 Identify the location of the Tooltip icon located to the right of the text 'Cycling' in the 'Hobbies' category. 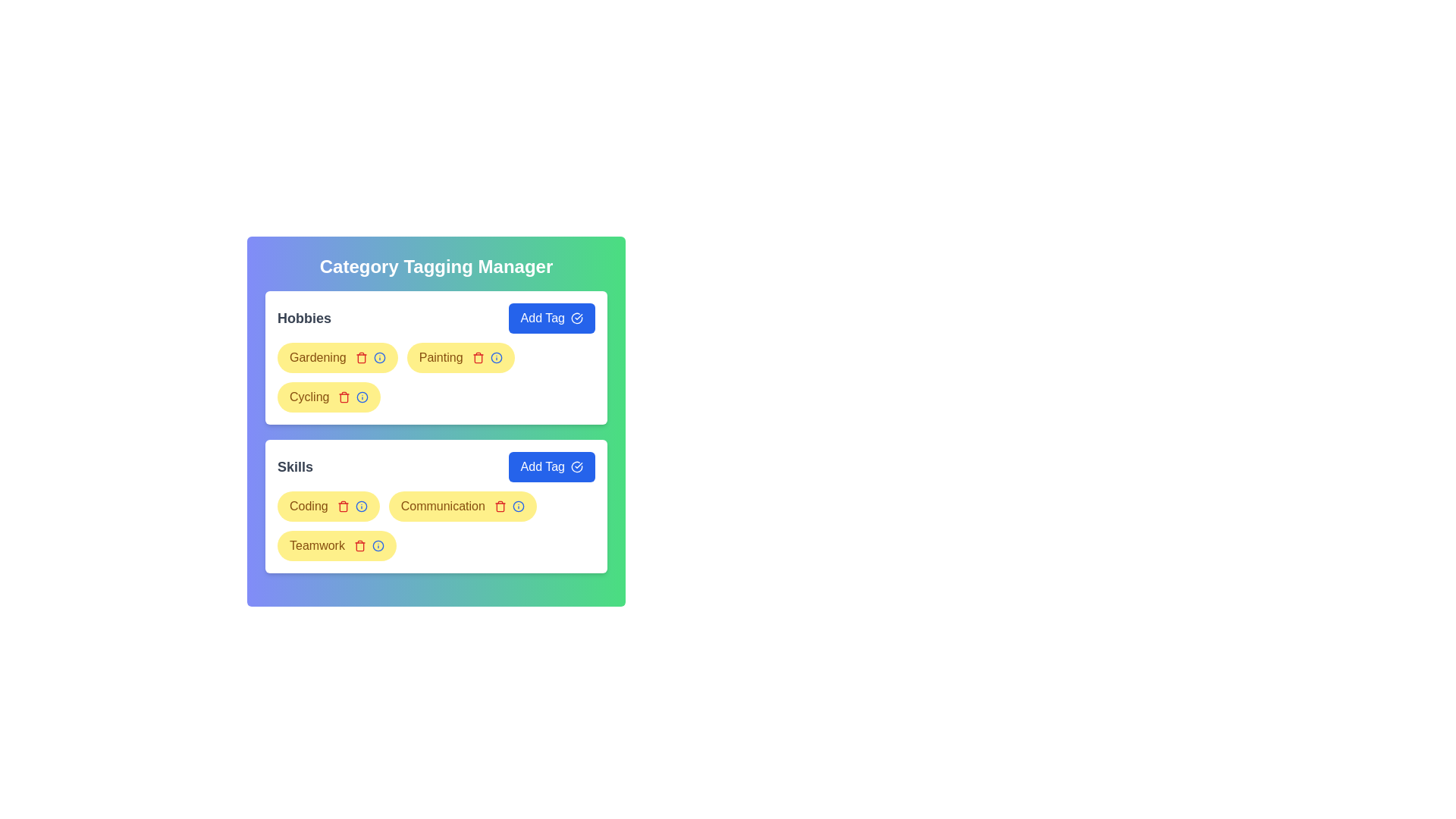
(362, 397).